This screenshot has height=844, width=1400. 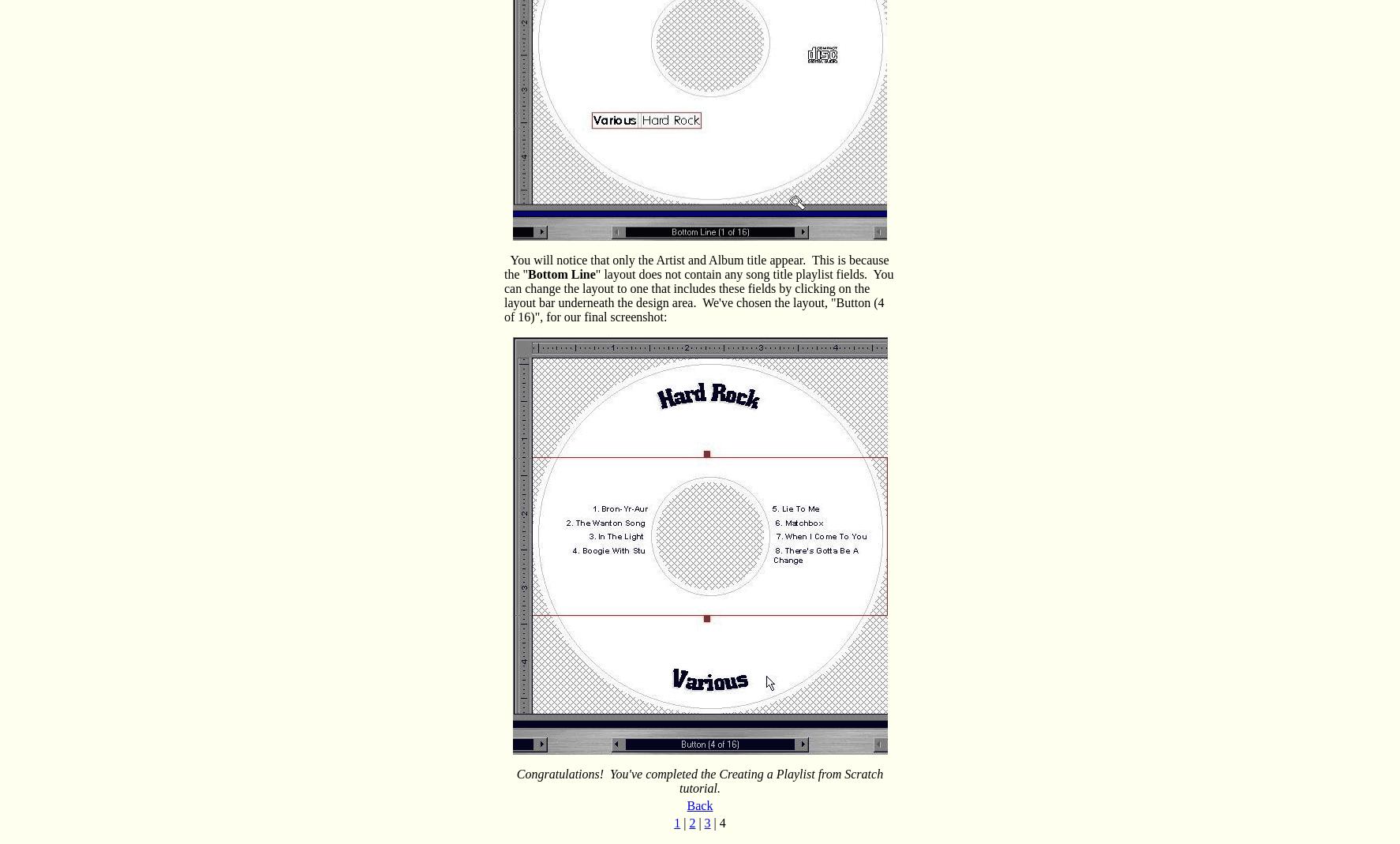 I want to click on '" 
        layout does not contain any song title playlist fields.  You can 
        change the layout to one that includes these fields by clicking on 
        the layout bar underneath the design area.  We've chosen the 
        layout, "Button (4 of 16)", for our final screenshot:', so click(x=698, y=295).